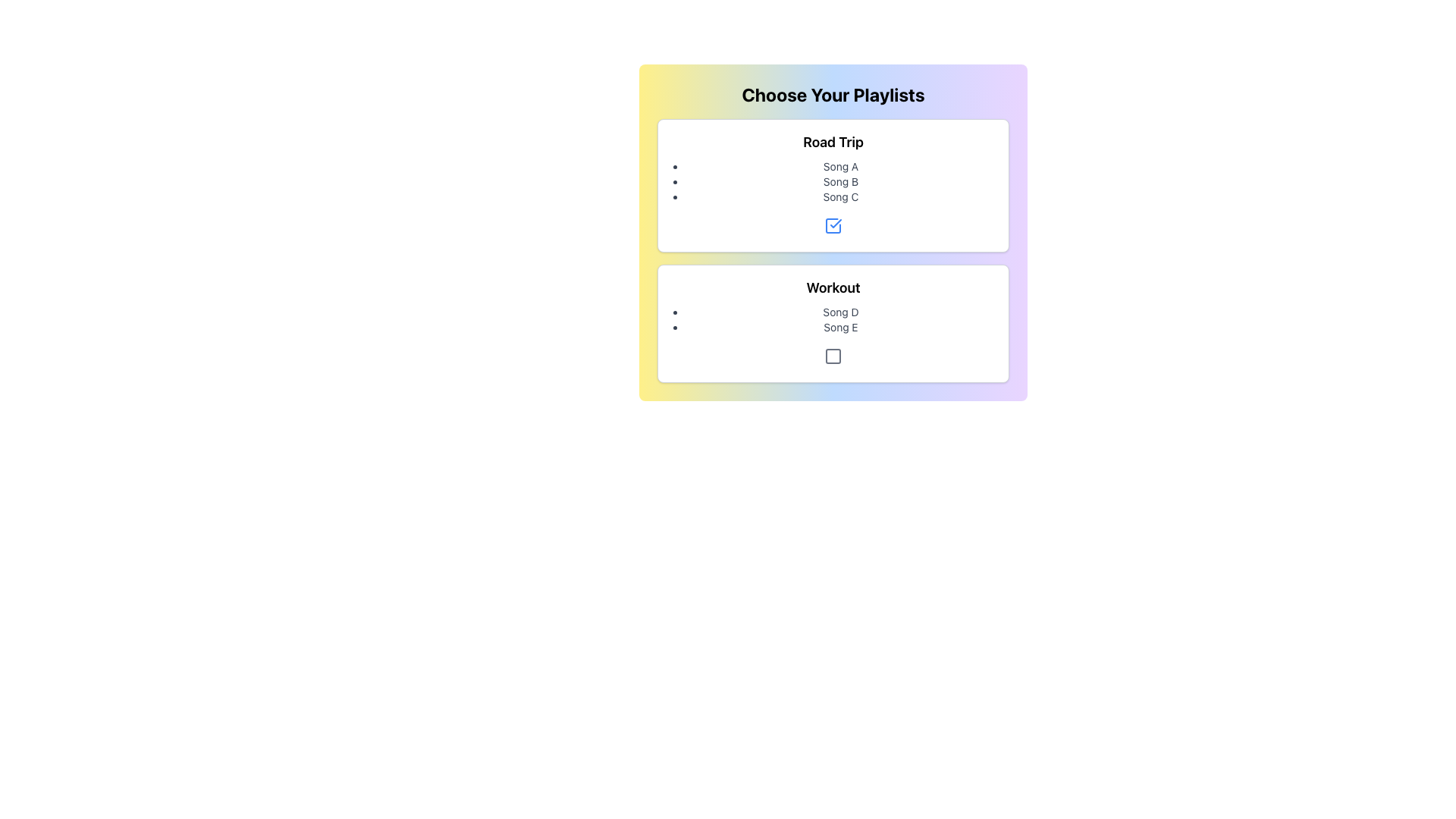 The image size is (1456, 819). I want to click on the second card titled 'Workout' in the playlist section, so click(833, 323).